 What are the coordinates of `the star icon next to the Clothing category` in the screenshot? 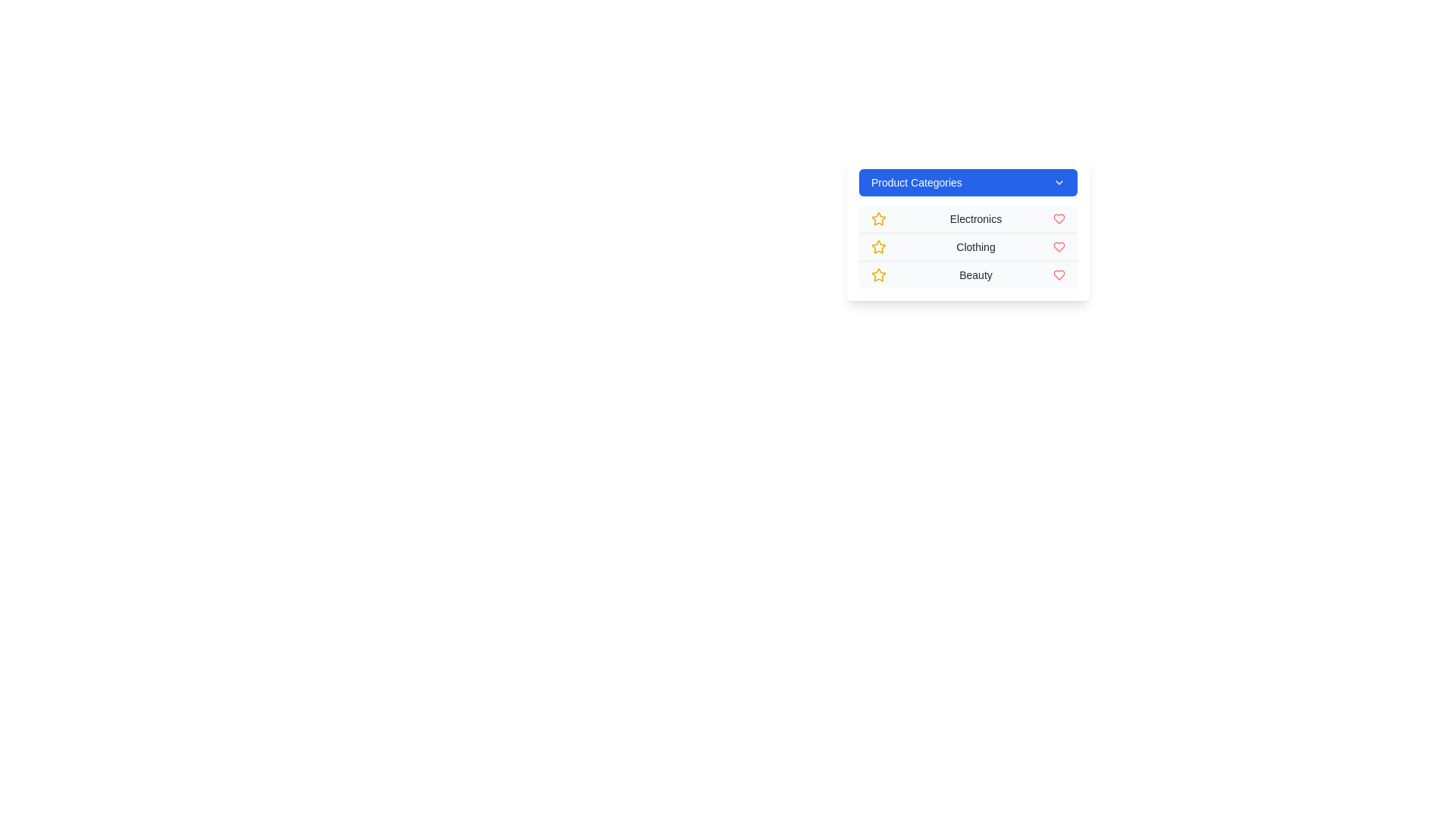 It's located at (878, 246).